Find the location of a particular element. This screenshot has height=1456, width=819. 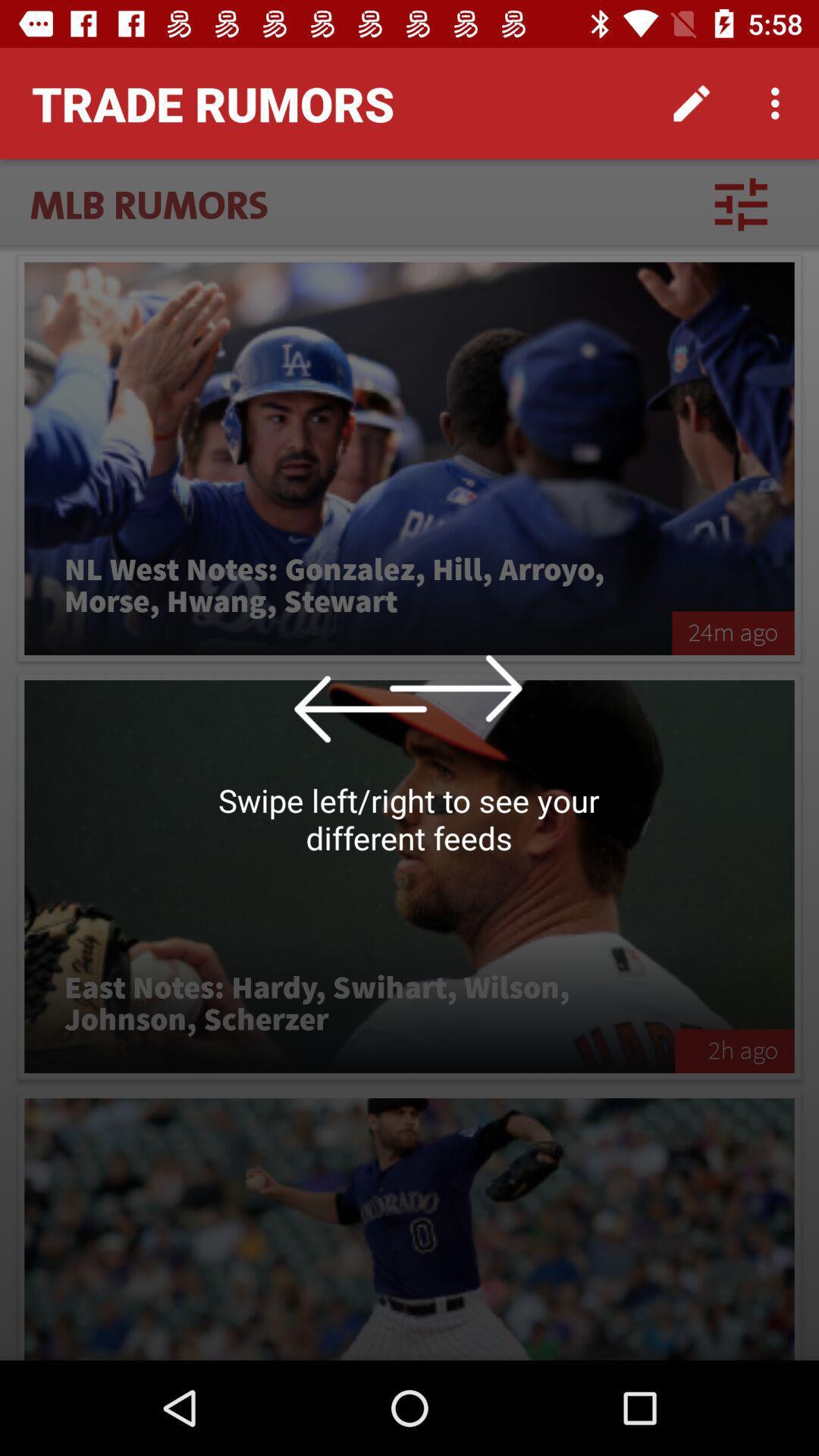

the icon to the right of the trade rumors item is located at coordinates (691, 102).